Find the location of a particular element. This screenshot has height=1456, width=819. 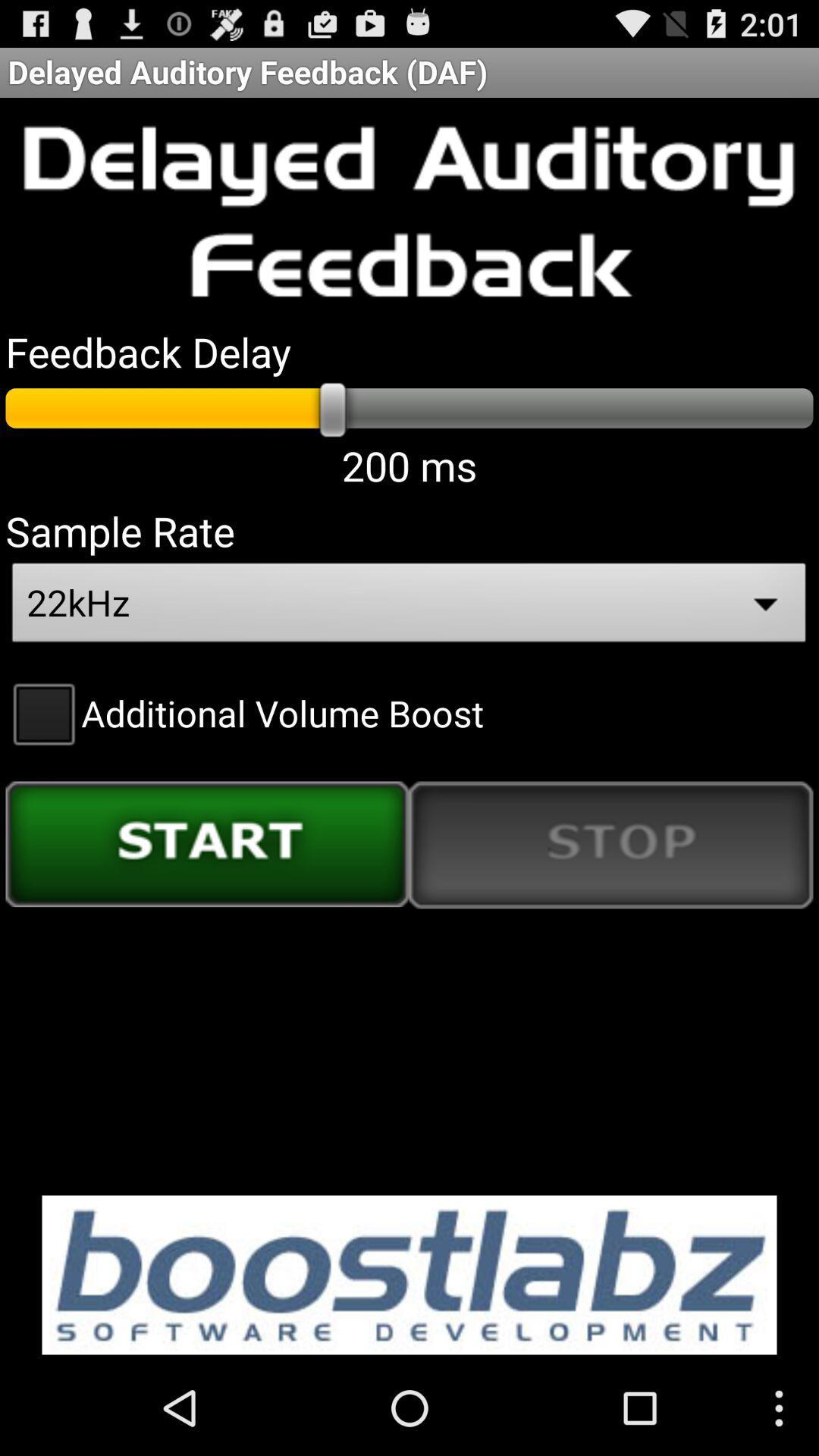

item below the additional volume boost icon is located at coordinates (207, 843).